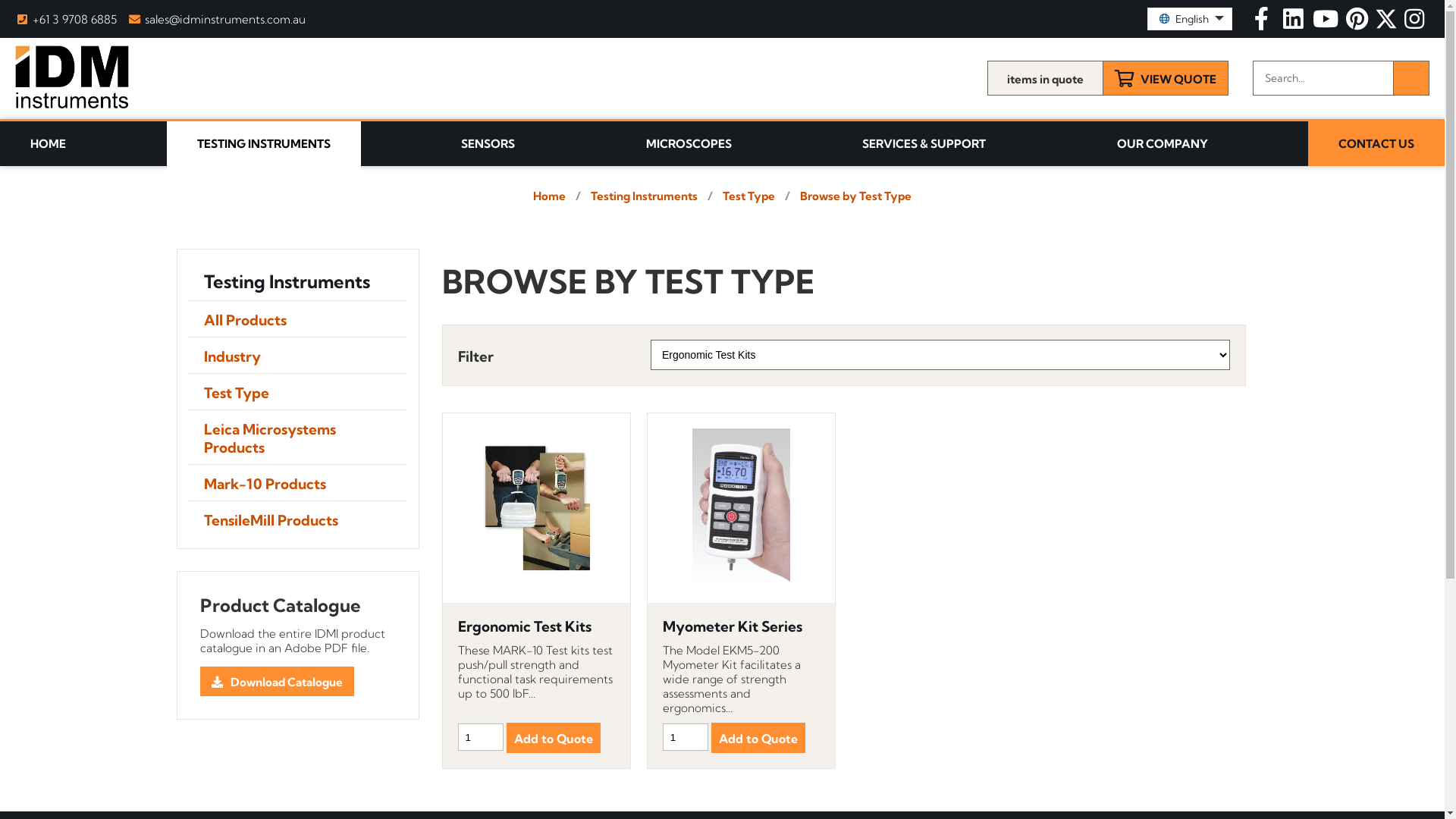  I want to click on 'IDM Instruments on Twitter', so click(1387, 23).